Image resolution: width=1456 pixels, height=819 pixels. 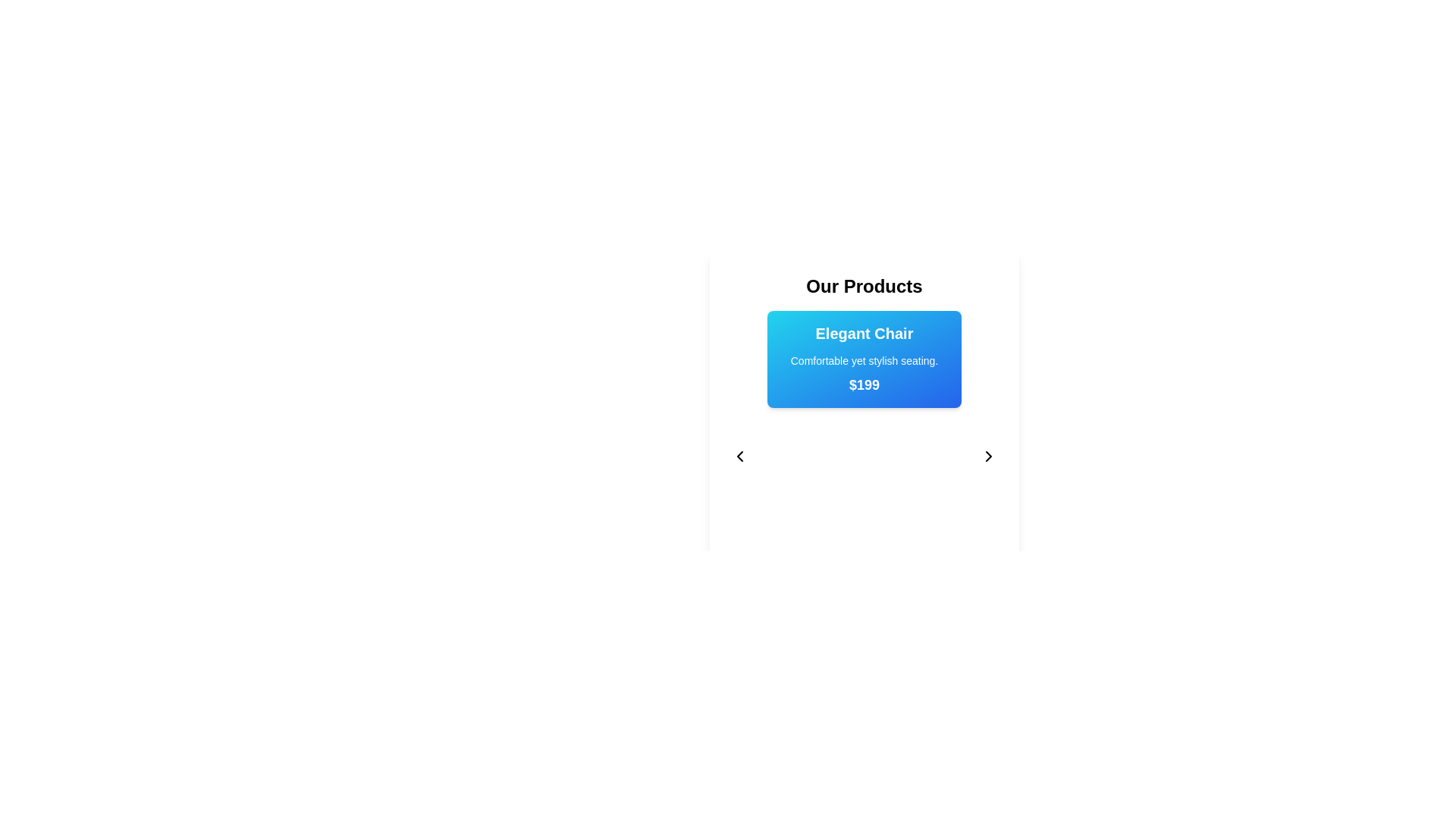 I want to click on the rightward navigation chevron located in the bottom-right corner of the navigation icons section, adjacent to the product card for the 'Elegant Chair', so click(x=989, y=455).